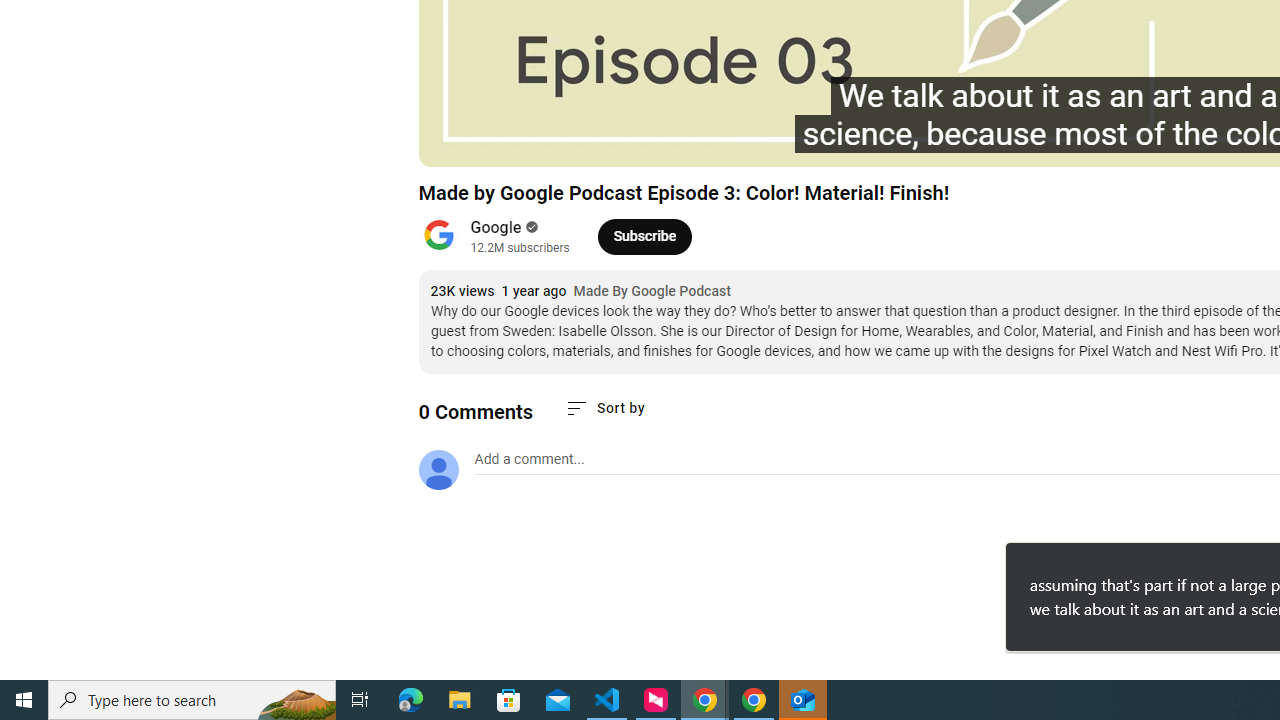 The height and width of the screenshot is (720, 1280). Describe the element at coordinates (359, 698) in the screenshot. I see `'Task View'` at that location.